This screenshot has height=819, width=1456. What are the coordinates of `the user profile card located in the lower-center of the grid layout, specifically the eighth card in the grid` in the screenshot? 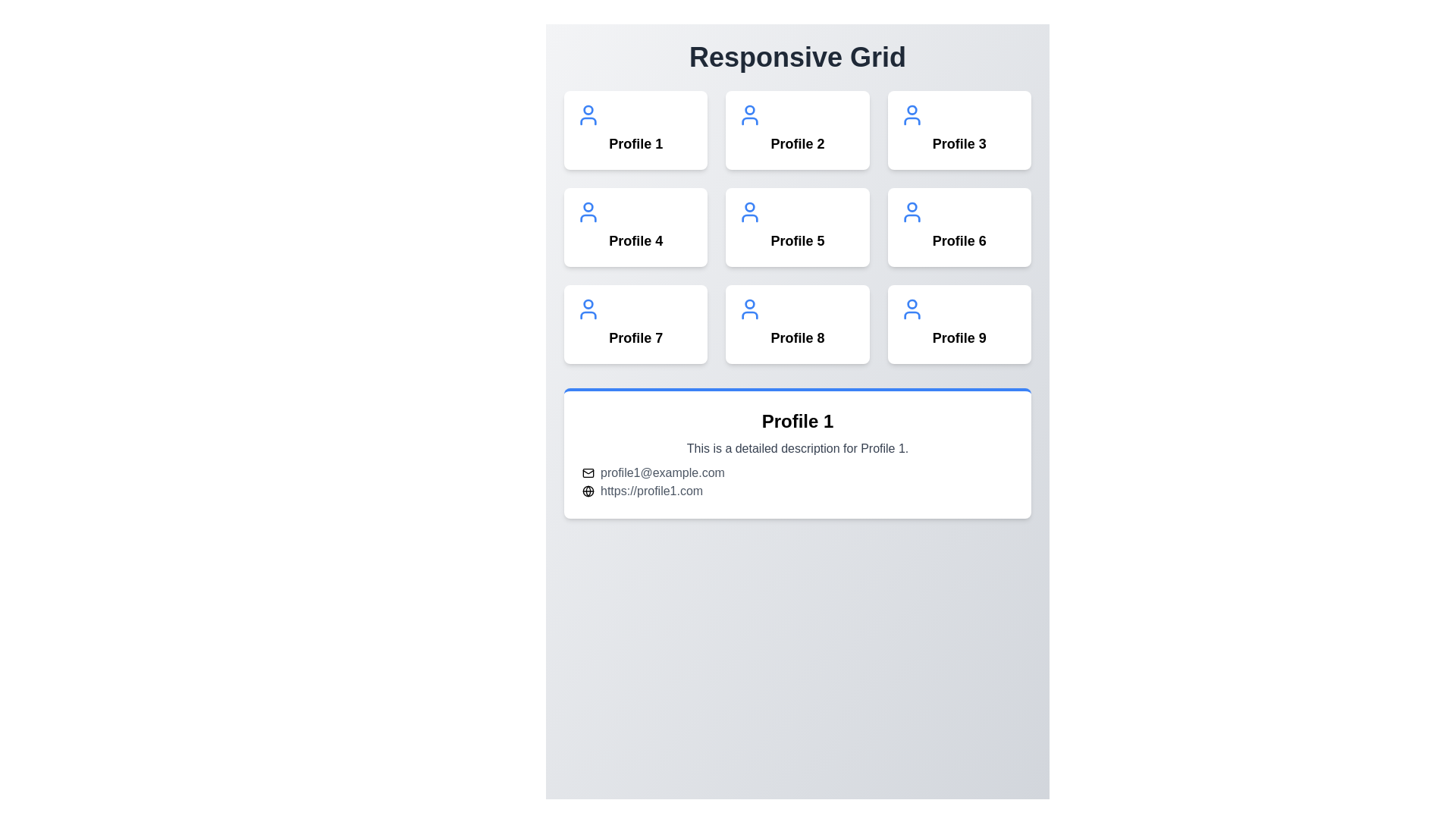 It's located at (796, 324).